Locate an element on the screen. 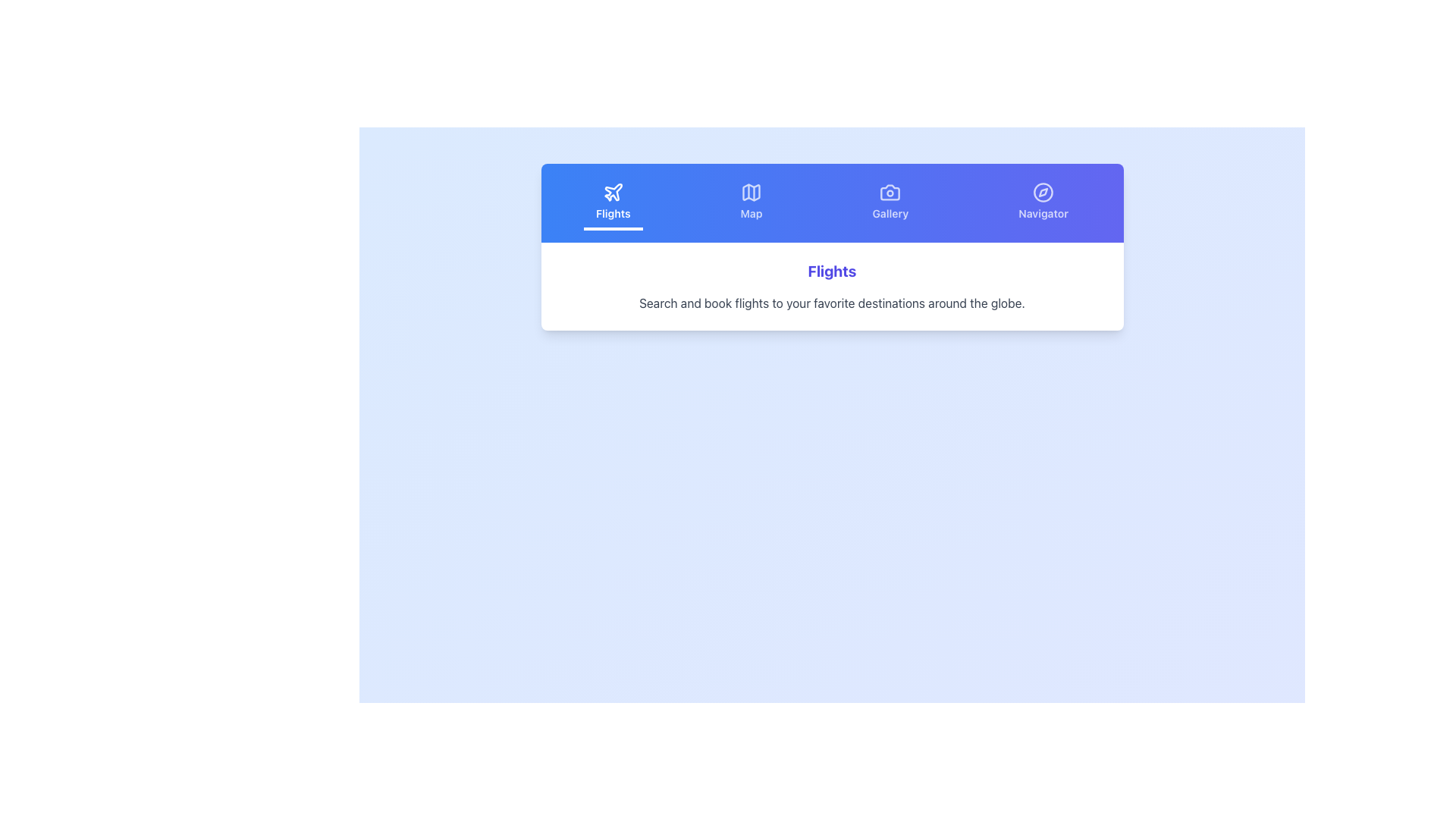 This screenshot has height=819, width=1456. the airplane icon embedded in the 'Flights' option tab located in the navigation bar at the top of the content area is located at coordinates (613, 191).